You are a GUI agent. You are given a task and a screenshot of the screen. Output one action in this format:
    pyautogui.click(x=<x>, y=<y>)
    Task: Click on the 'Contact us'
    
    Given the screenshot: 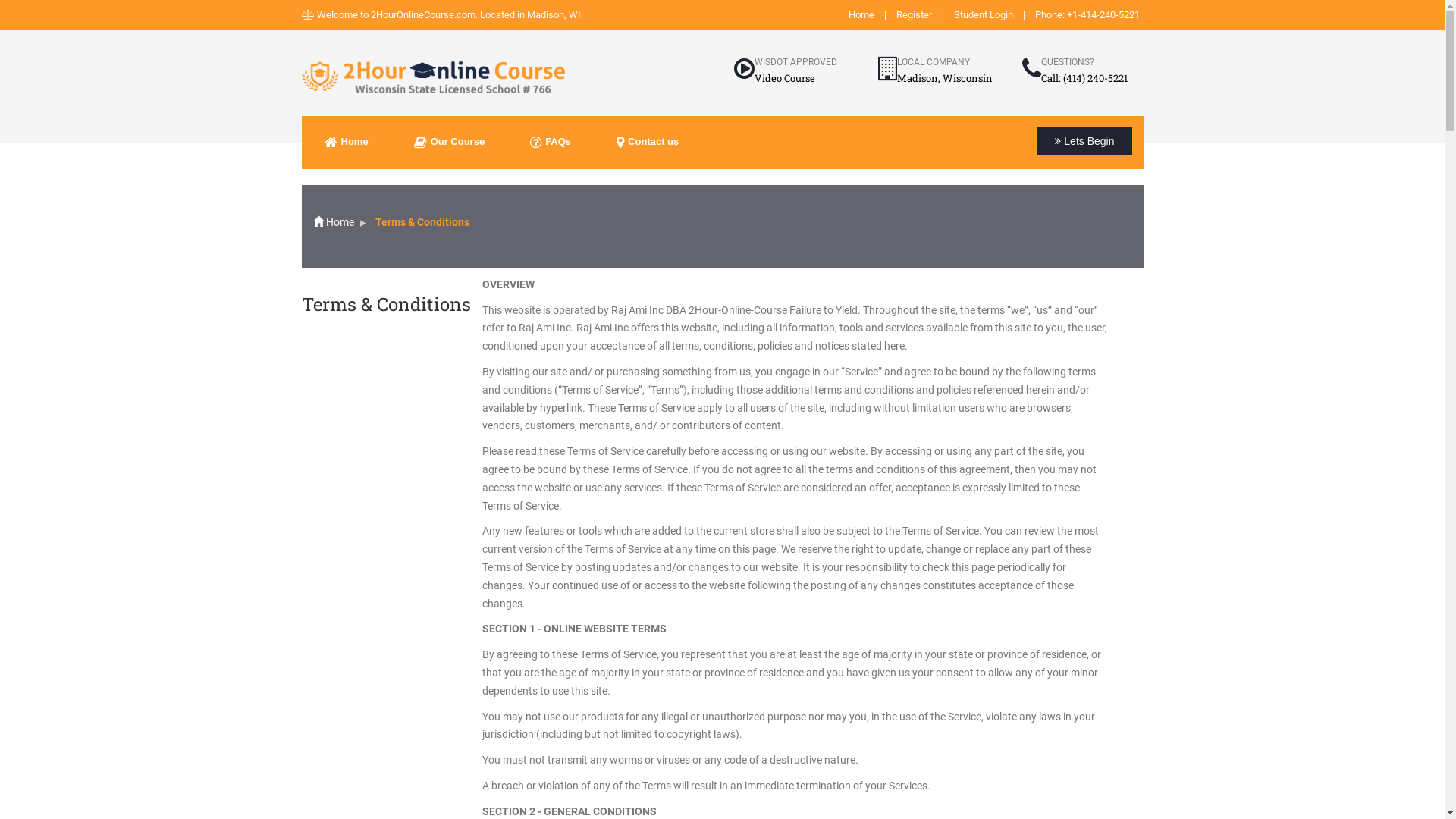 What is the action you would take?
    pyautogui.click(x=648, y=143)
    